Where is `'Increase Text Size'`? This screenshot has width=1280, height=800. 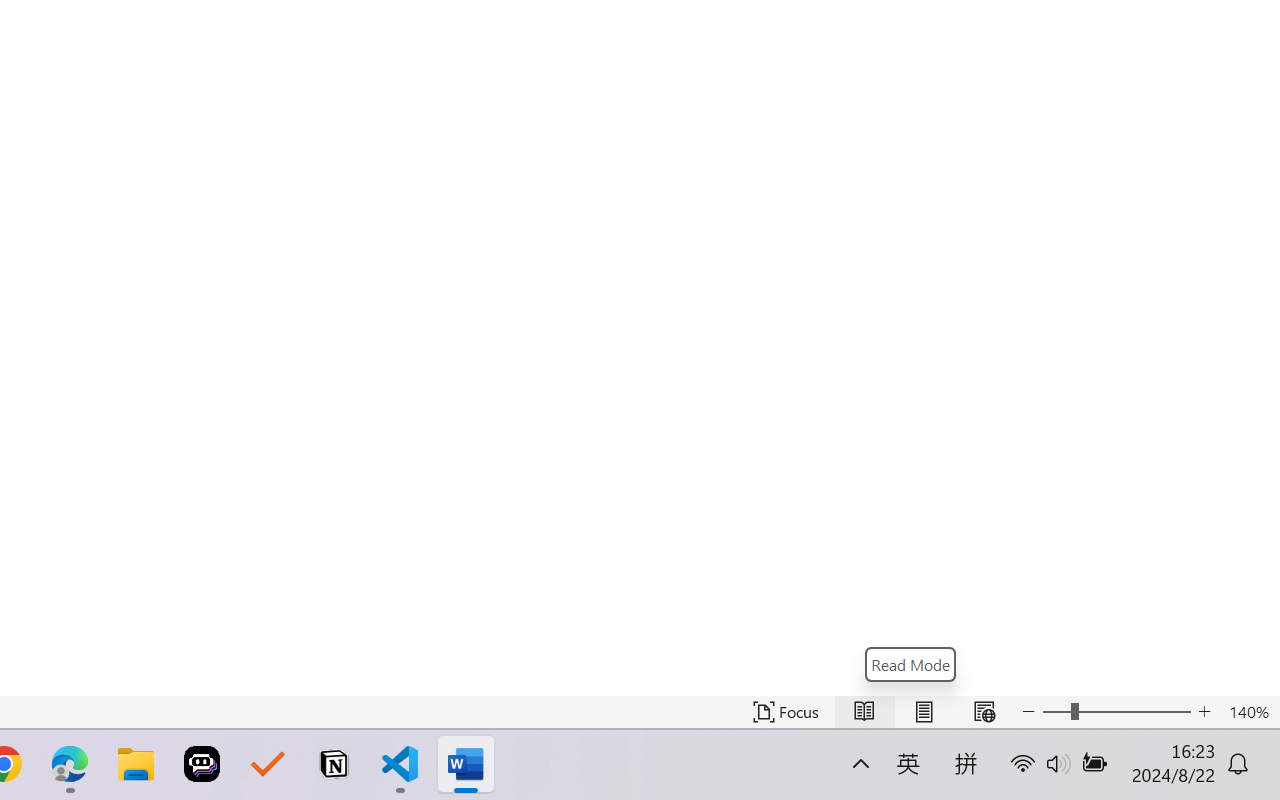
'Increase Text Size' is located at coordinates (1204, 711).